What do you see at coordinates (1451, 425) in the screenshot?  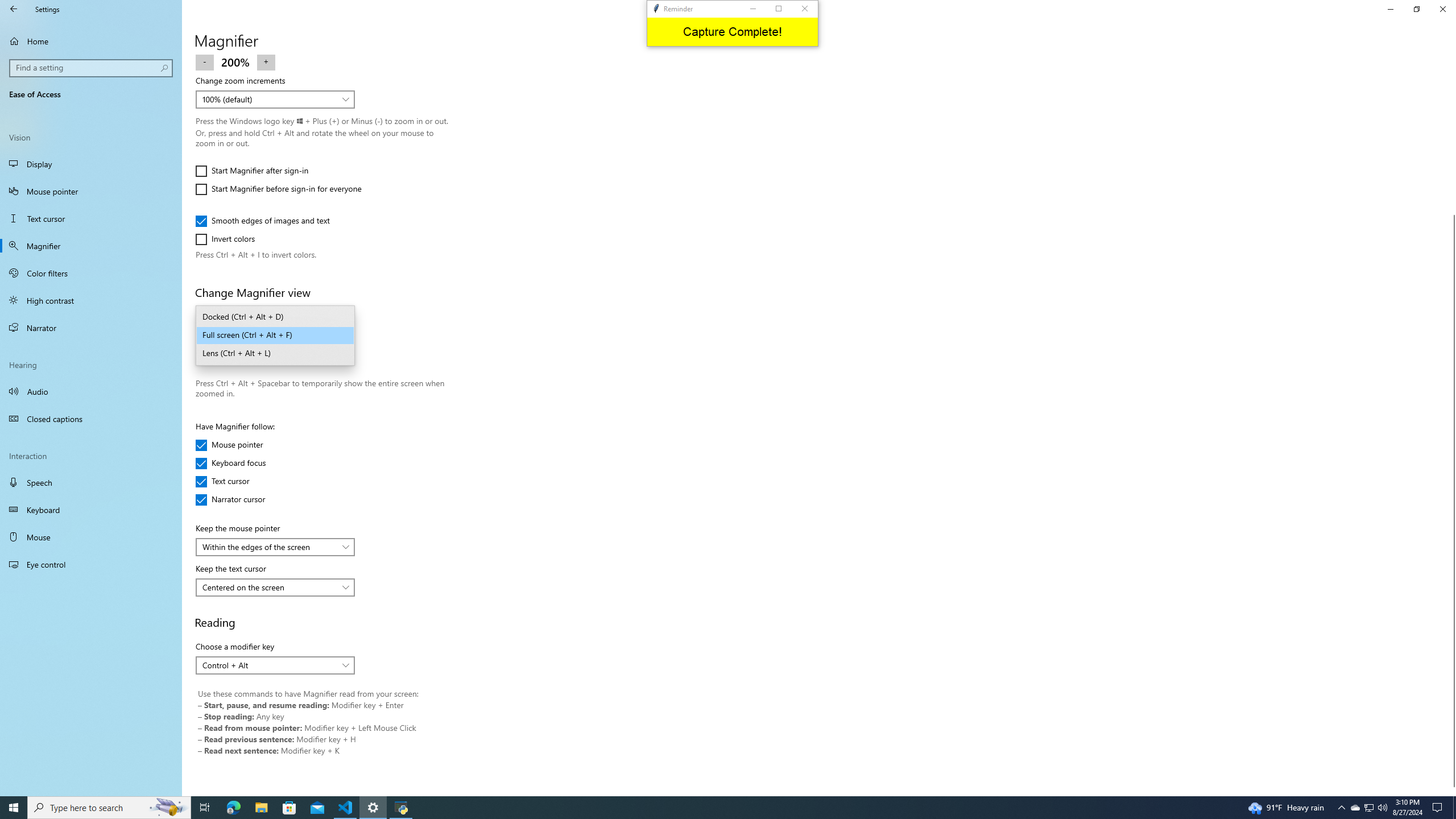 I see `'Vertical'` at bounding box center [1451, 425].